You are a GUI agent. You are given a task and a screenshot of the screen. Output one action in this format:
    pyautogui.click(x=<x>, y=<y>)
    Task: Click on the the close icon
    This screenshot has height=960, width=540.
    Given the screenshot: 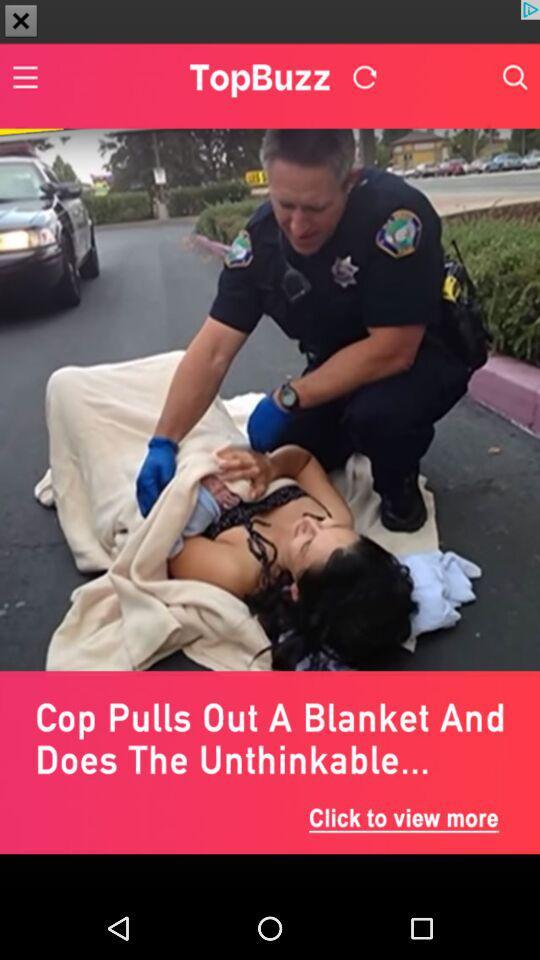 What is the action you would take?
    pyautogui.click(x=20, y=21)
    